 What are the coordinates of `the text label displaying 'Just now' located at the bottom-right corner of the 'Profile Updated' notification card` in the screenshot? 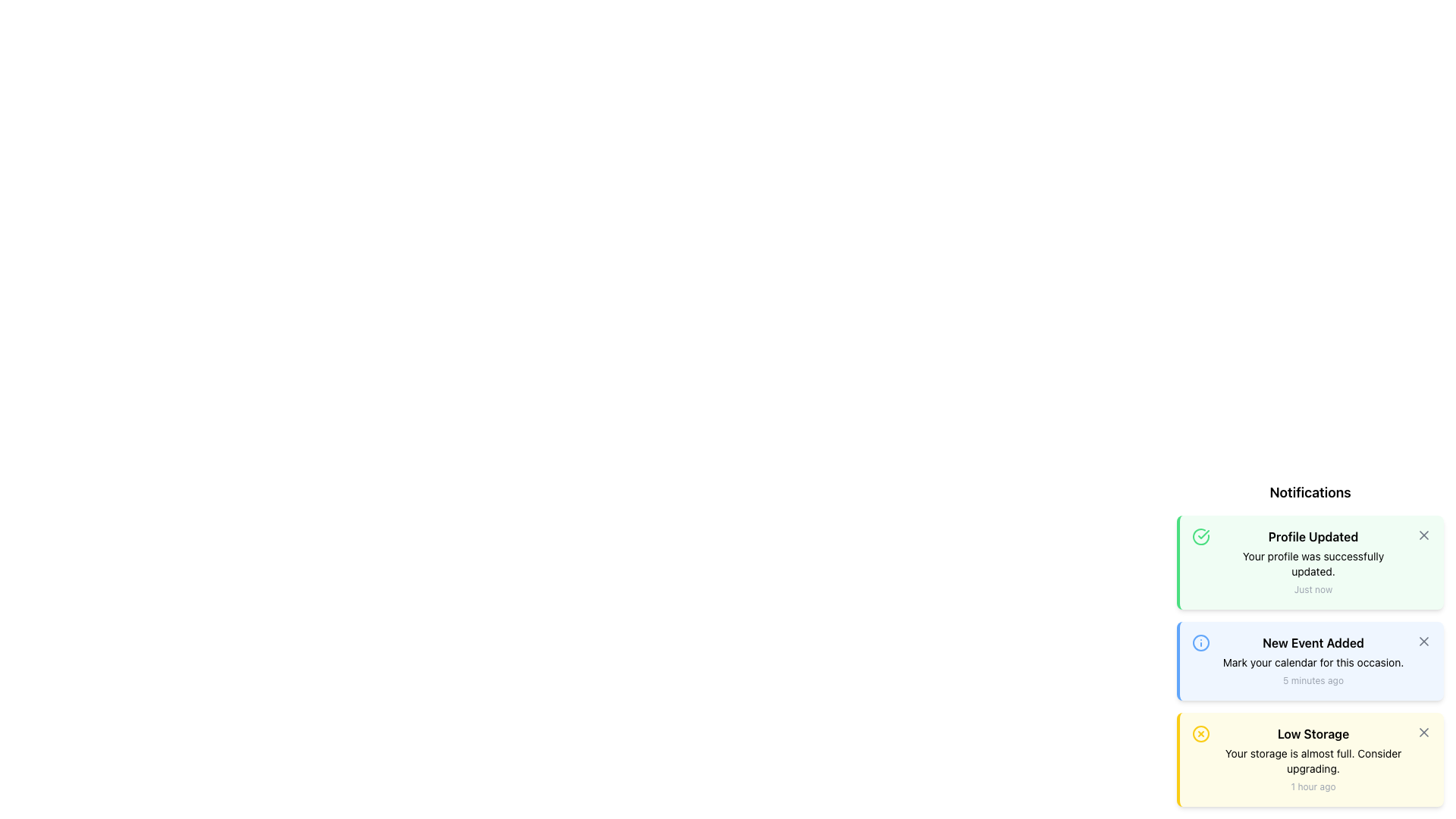 It's located at (1313, 588).